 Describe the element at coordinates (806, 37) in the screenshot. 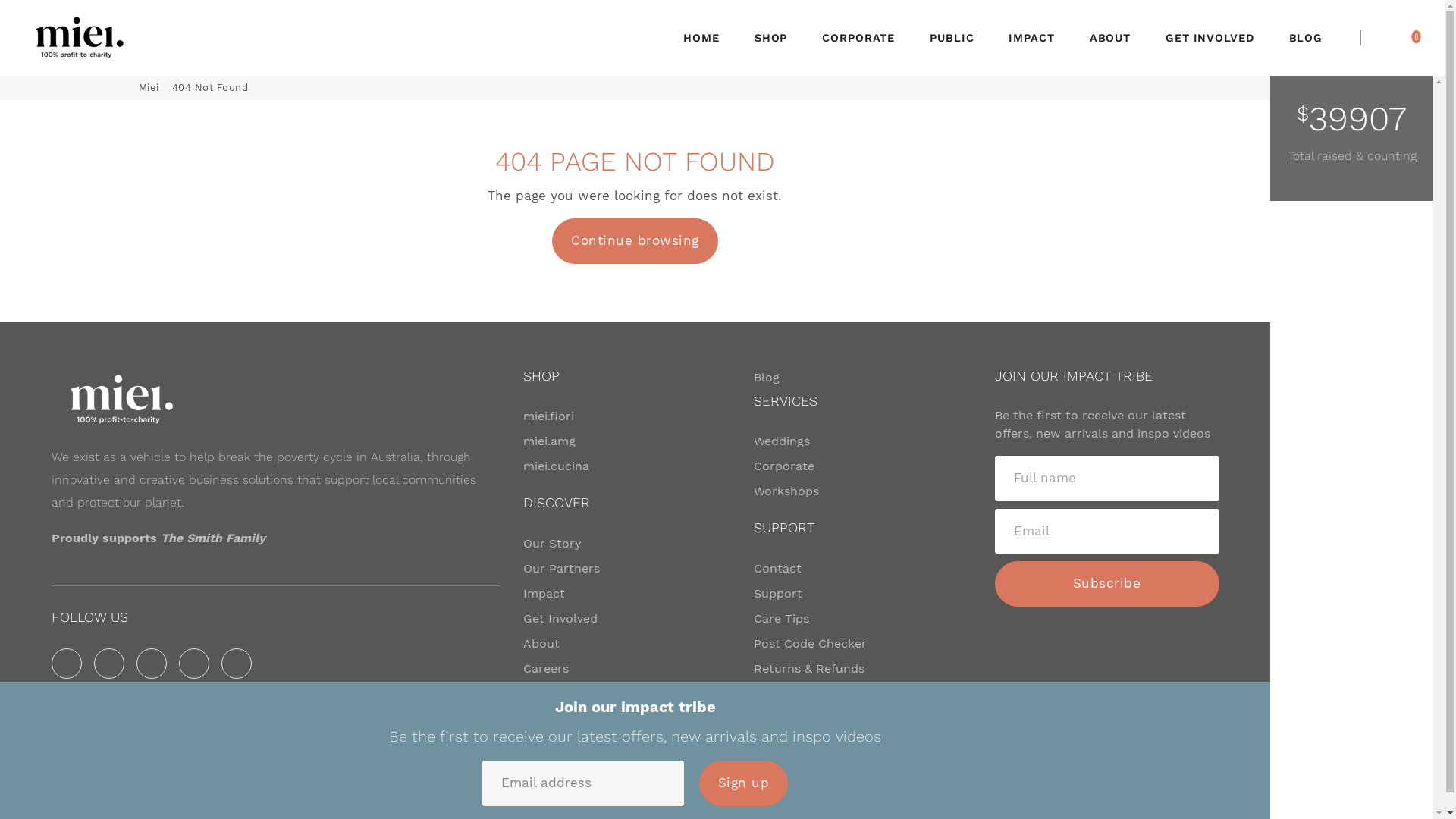

I see `'CORPORATE'` at that location.